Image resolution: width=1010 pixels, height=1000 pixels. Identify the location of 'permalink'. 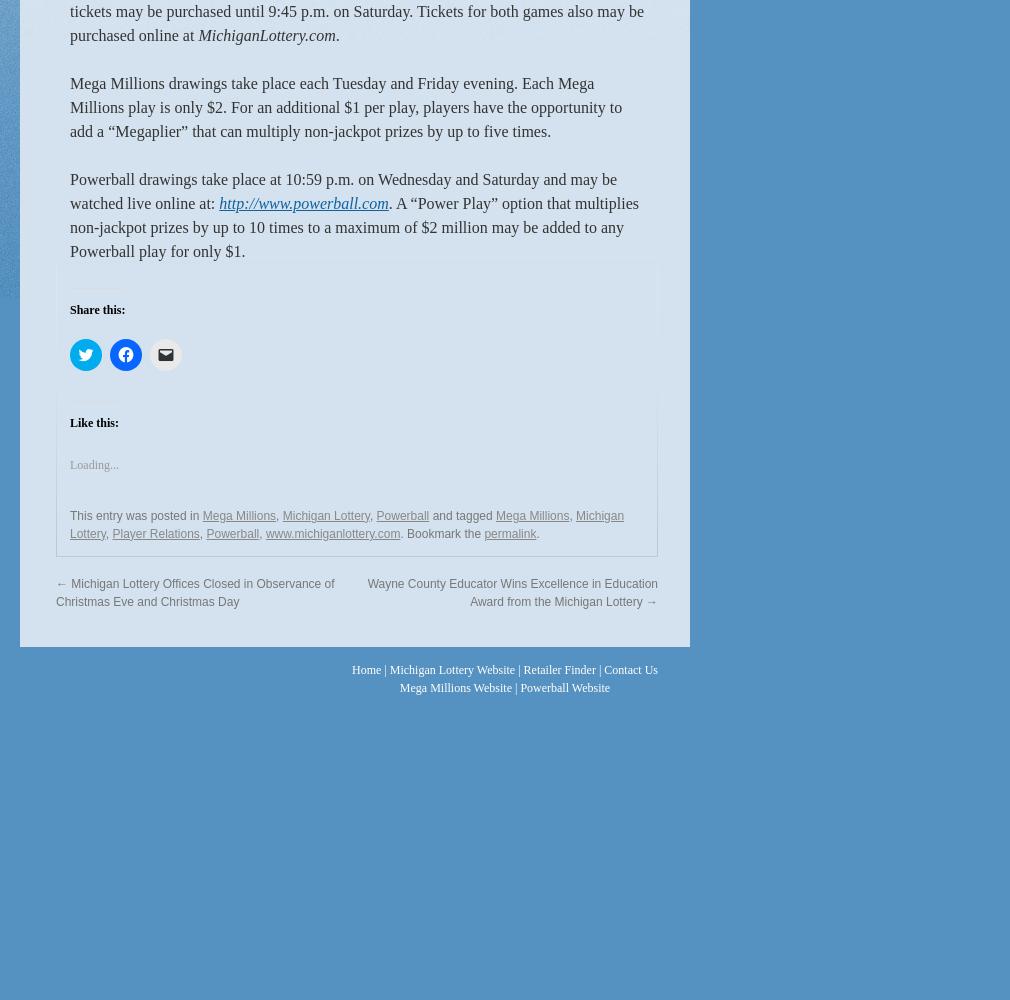
(509, 533).